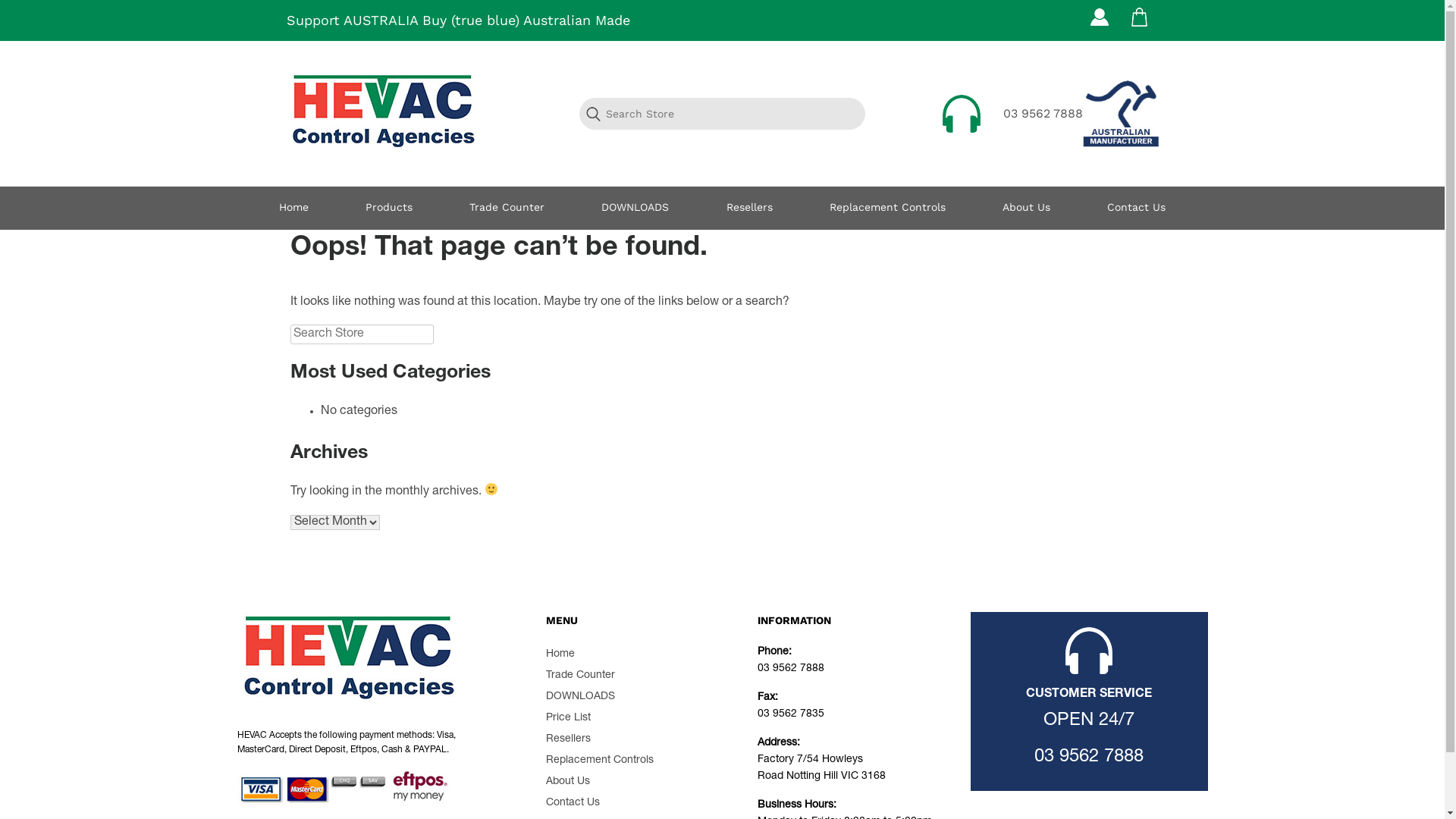 The image size is (1456, 819). Describe the element at coordinates (566, 781) in the screenshot. I see `'About Us'` at that location.